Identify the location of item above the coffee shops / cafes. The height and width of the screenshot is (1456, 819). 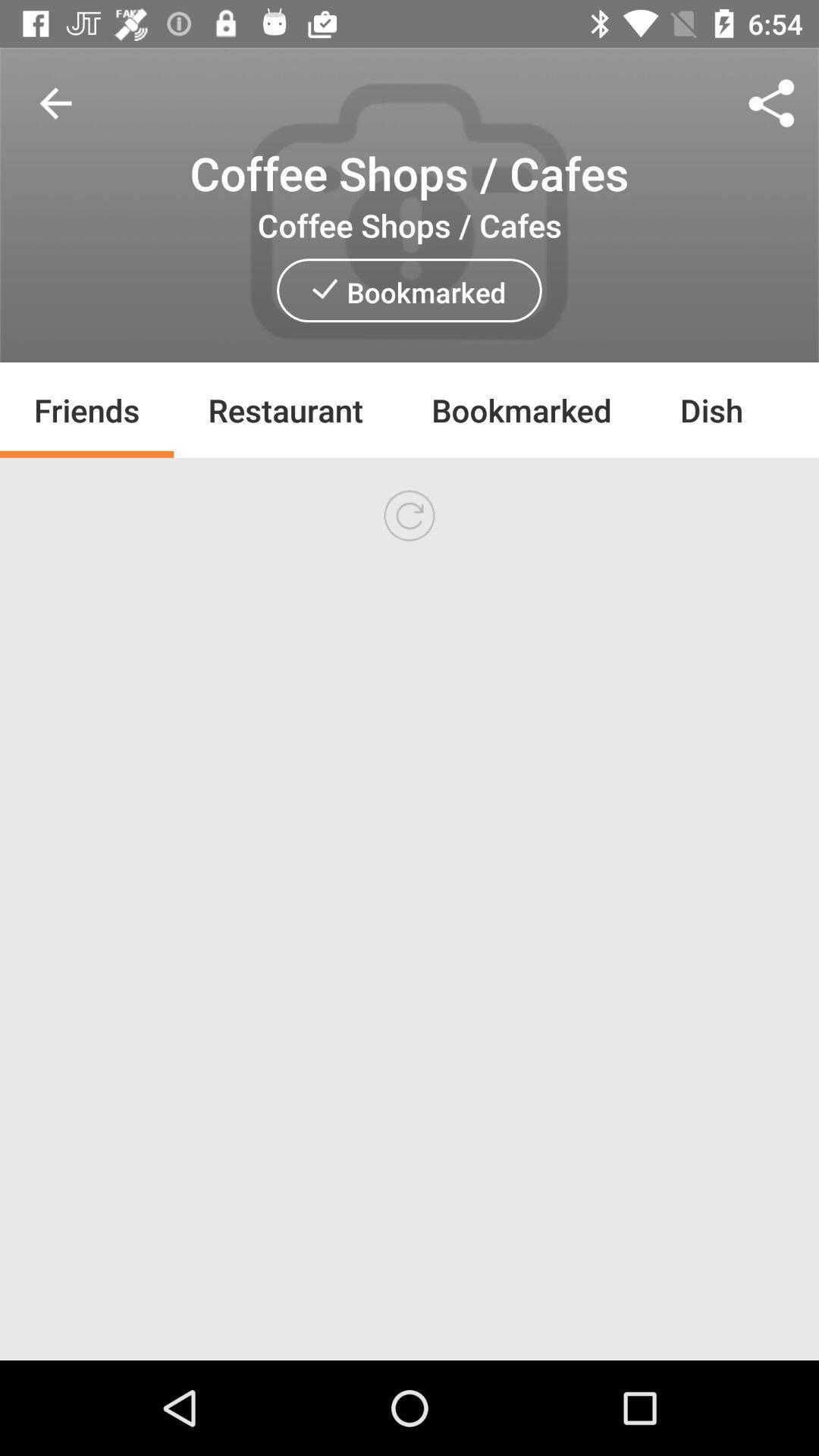
(771, 102).